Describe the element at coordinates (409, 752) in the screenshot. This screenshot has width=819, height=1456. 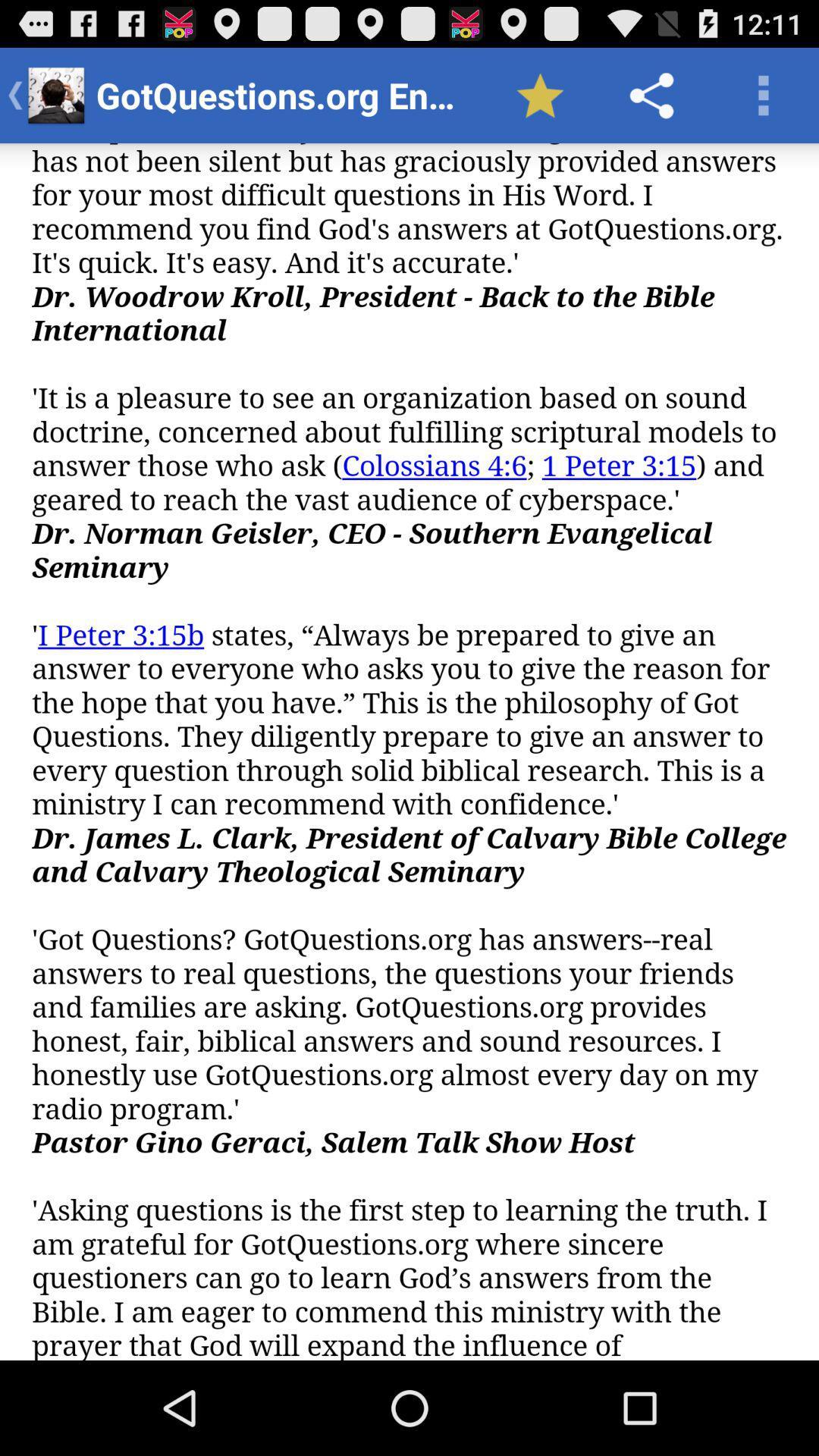
I see `read all` at that location.